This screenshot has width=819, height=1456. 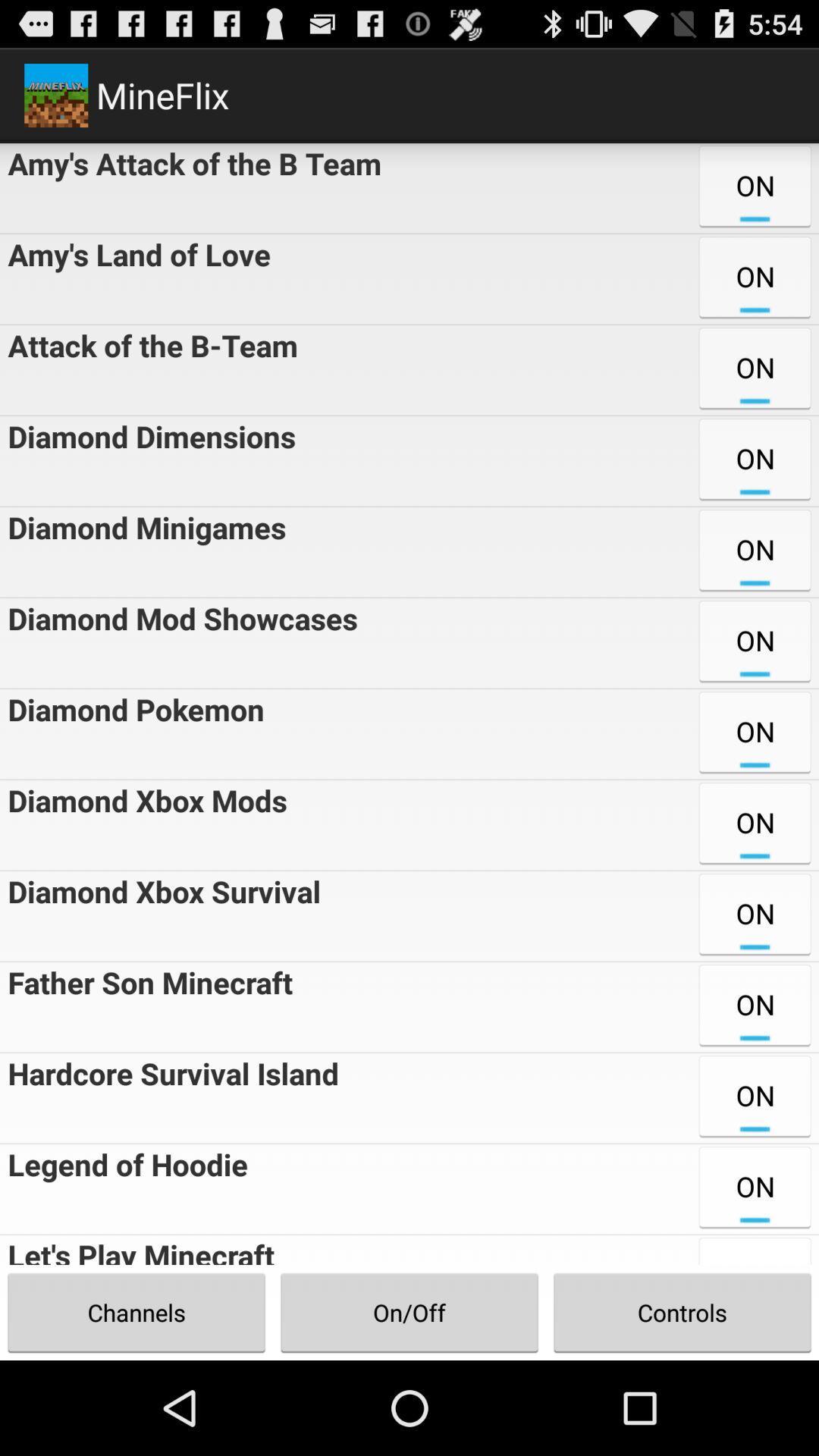 What do you see at coordinates (146, 1007) in the screenshot?
I see `father son minecraft icon` at bounding box center [146, 1007].